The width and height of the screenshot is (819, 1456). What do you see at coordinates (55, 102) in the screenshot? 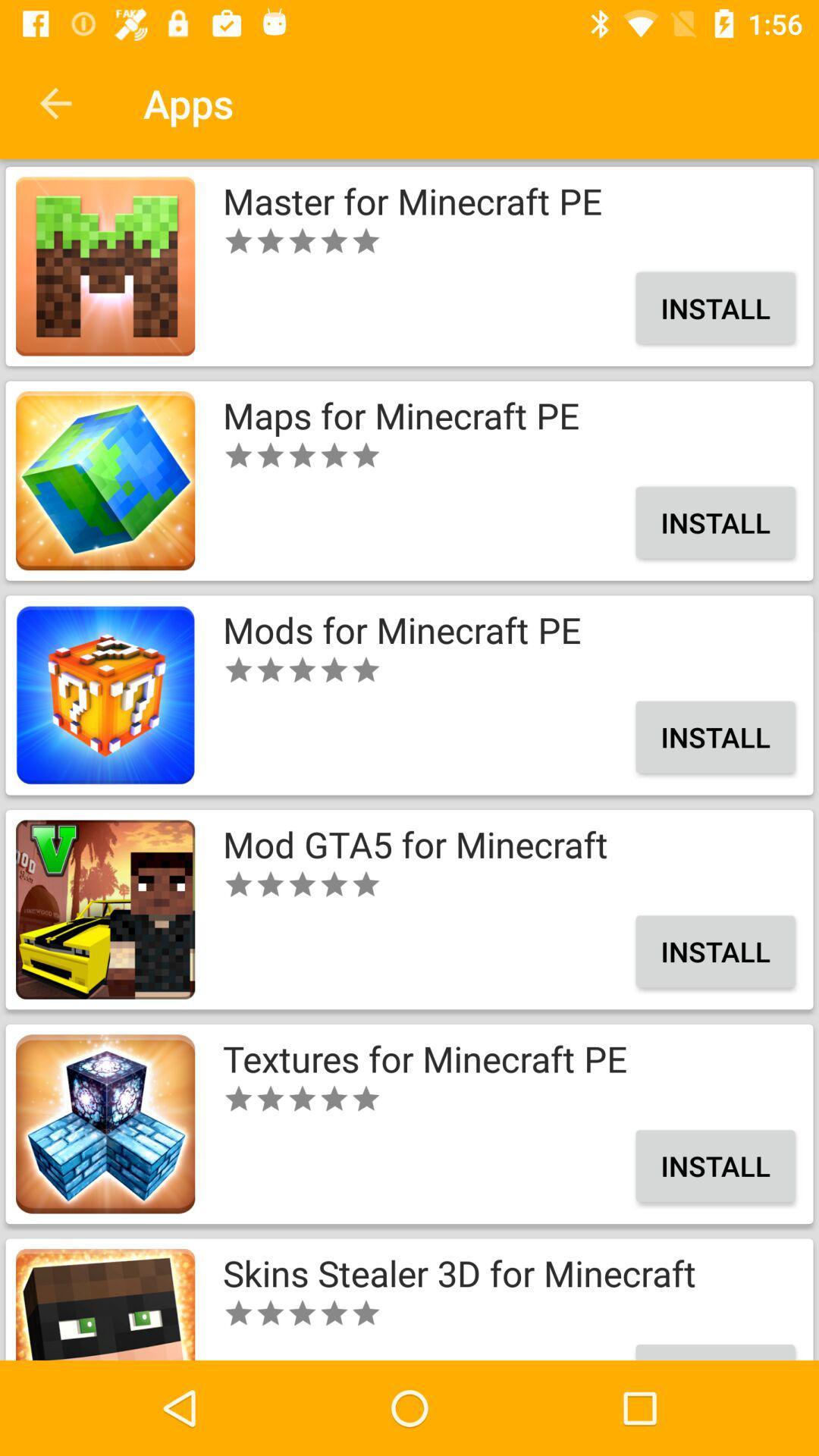
I see `icon next to apps app` at bounding box center [55, 102].